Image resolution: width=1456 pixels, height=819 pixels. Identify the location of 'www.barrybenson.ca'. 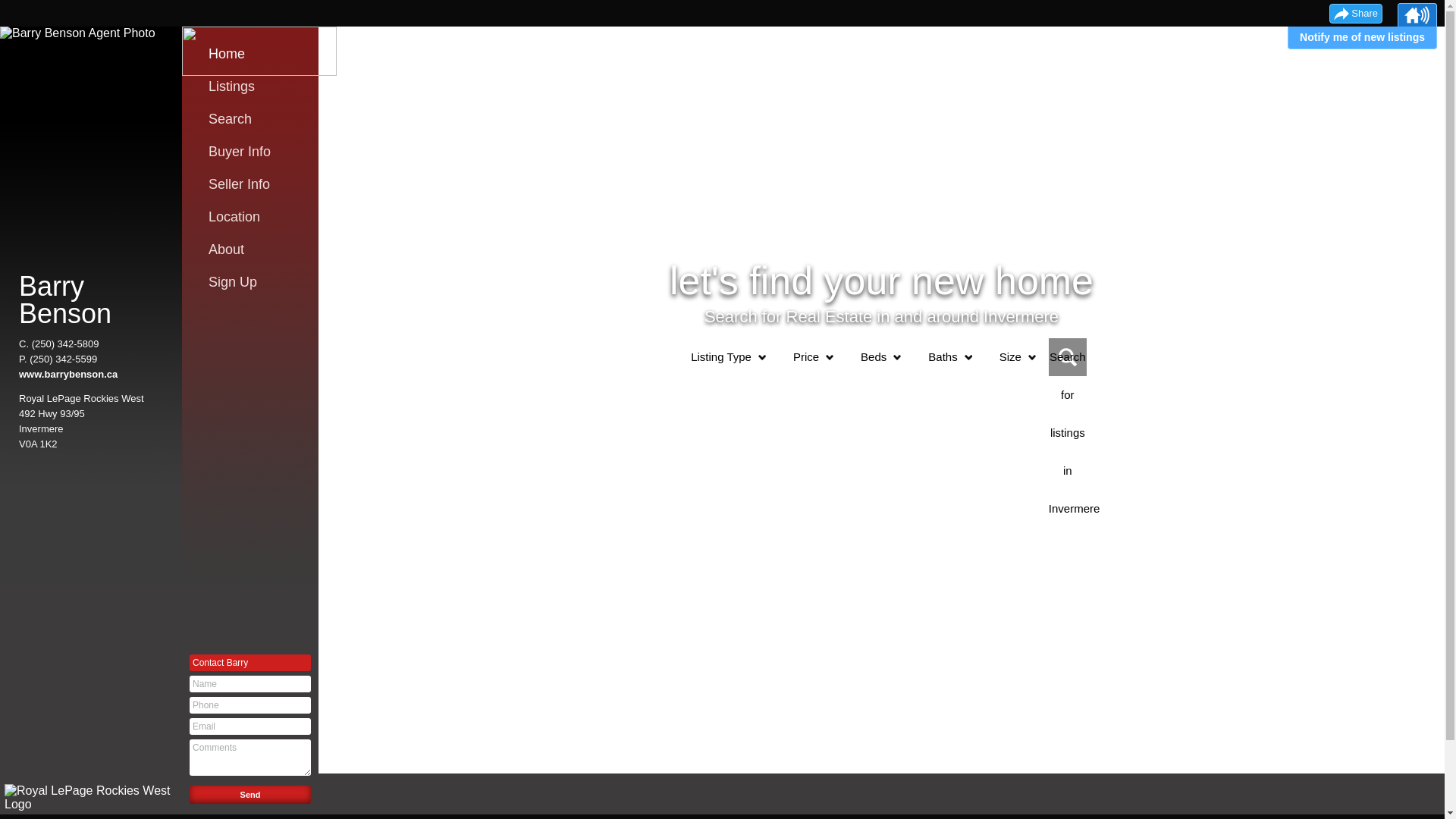
(67, 374).